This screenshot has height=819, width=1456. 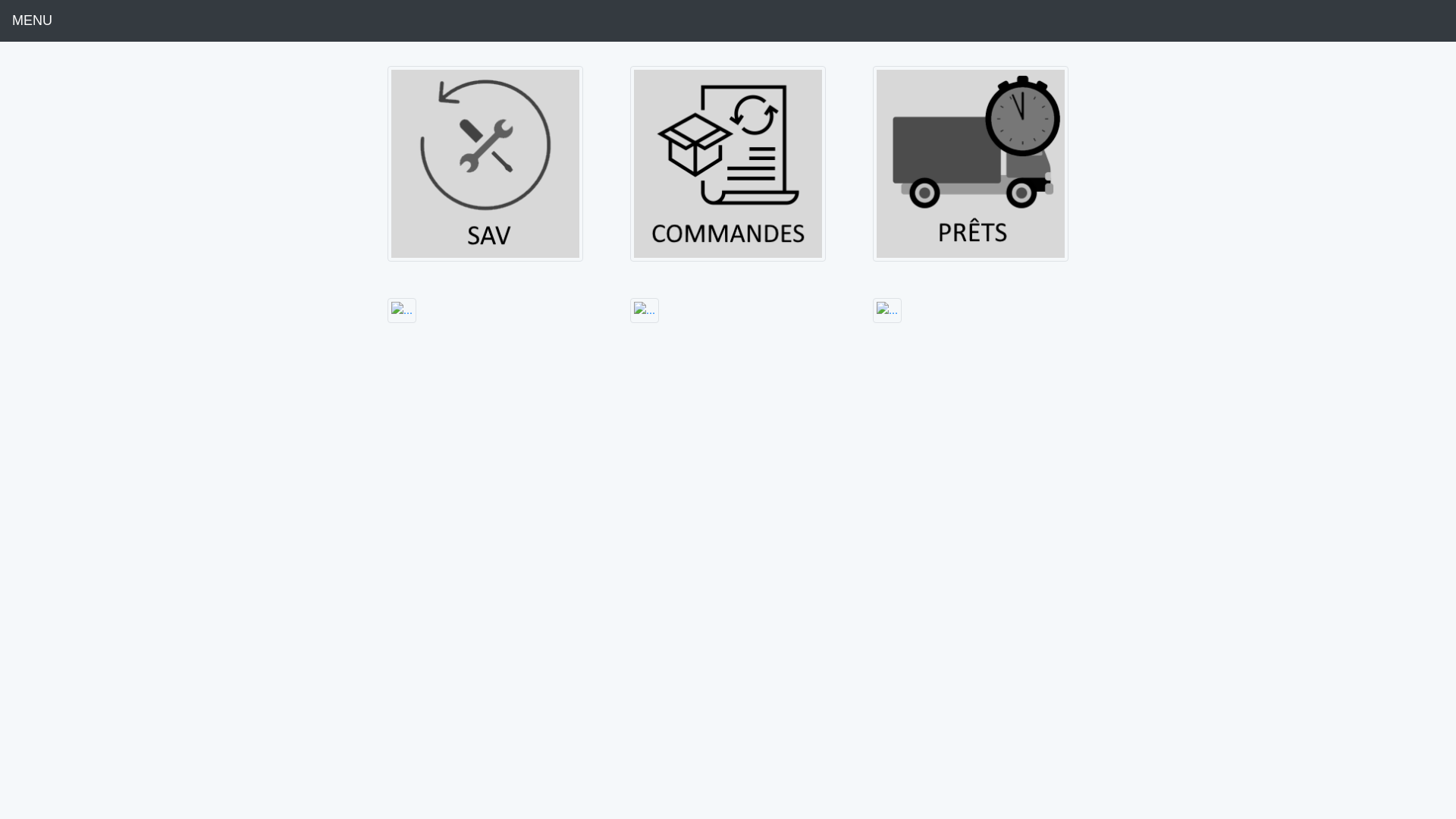 I want to click on 'MENU', so click(x=32, y=20).